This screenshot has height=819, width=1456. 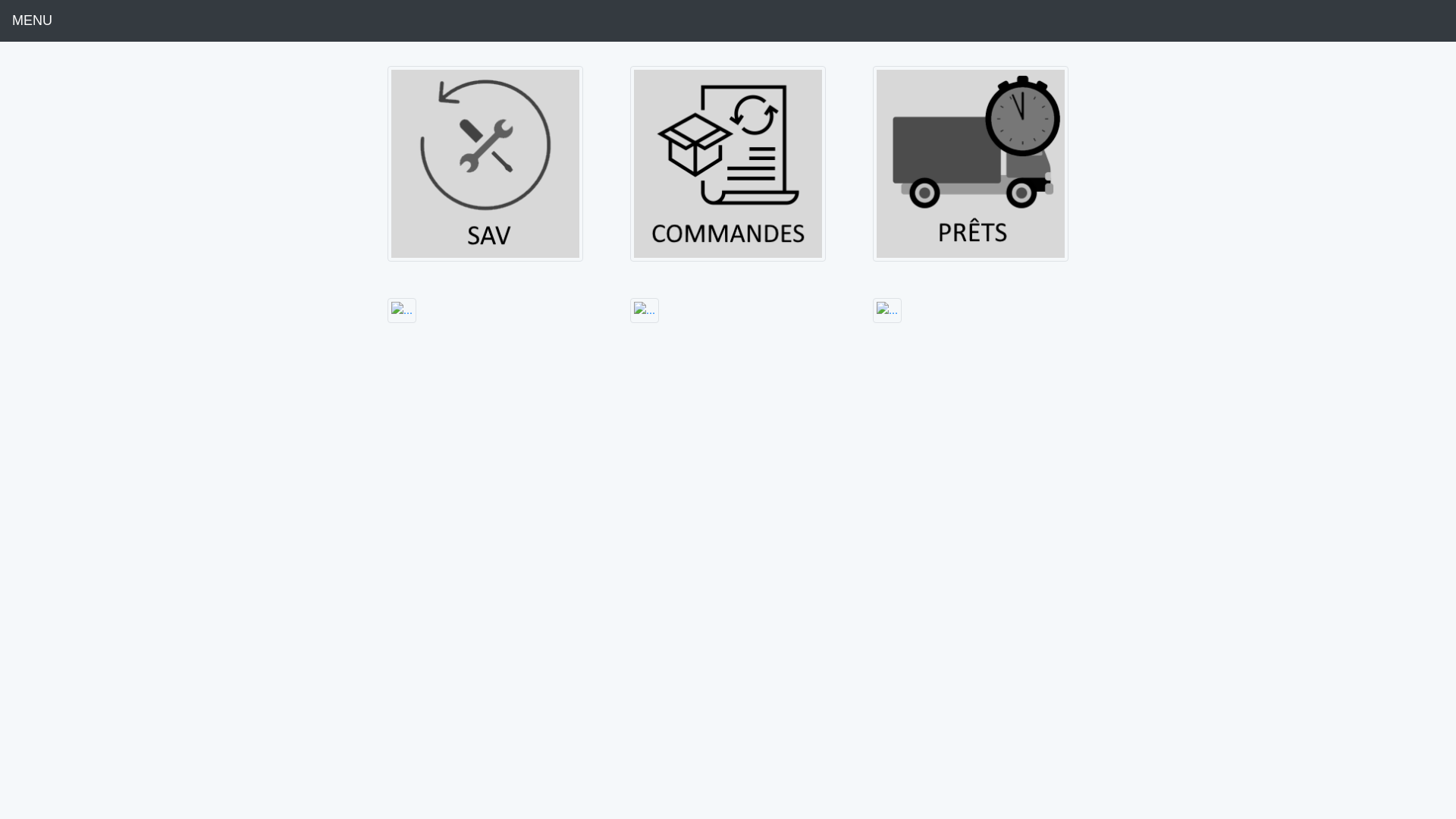 I want to click on 'MENU', so click(x=32, y=20).